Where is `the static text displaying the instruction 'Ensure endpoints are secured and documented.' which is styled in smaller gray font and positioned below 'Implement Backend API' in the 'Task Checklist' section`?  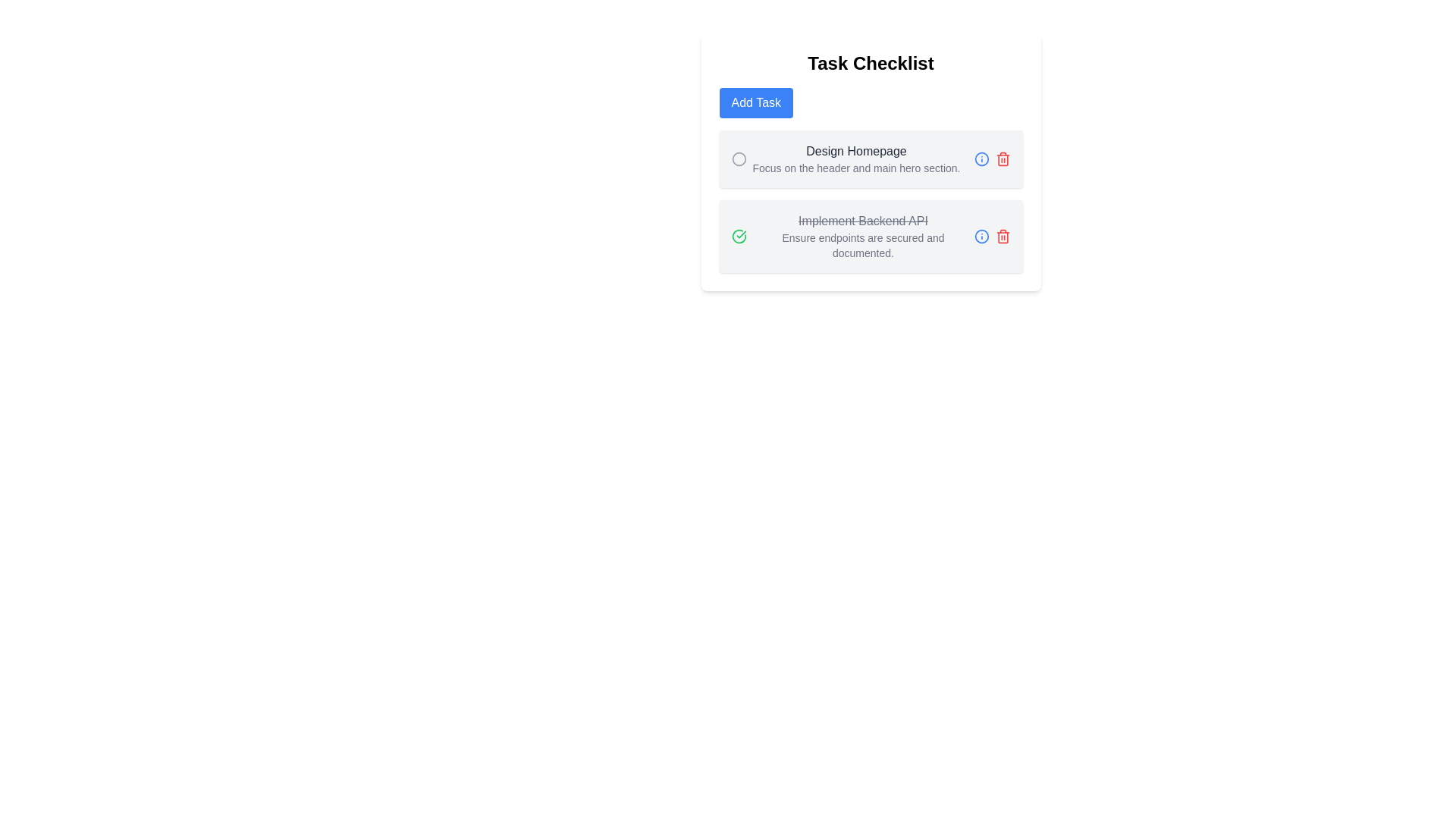
the static text displaying the instruction 'Ensure endpoints are secured and documented.' which is styled in smaller gray font and positioned below 'Implement Backend API' in the 'Task Checklist' section is located at coordinates (863, 245).